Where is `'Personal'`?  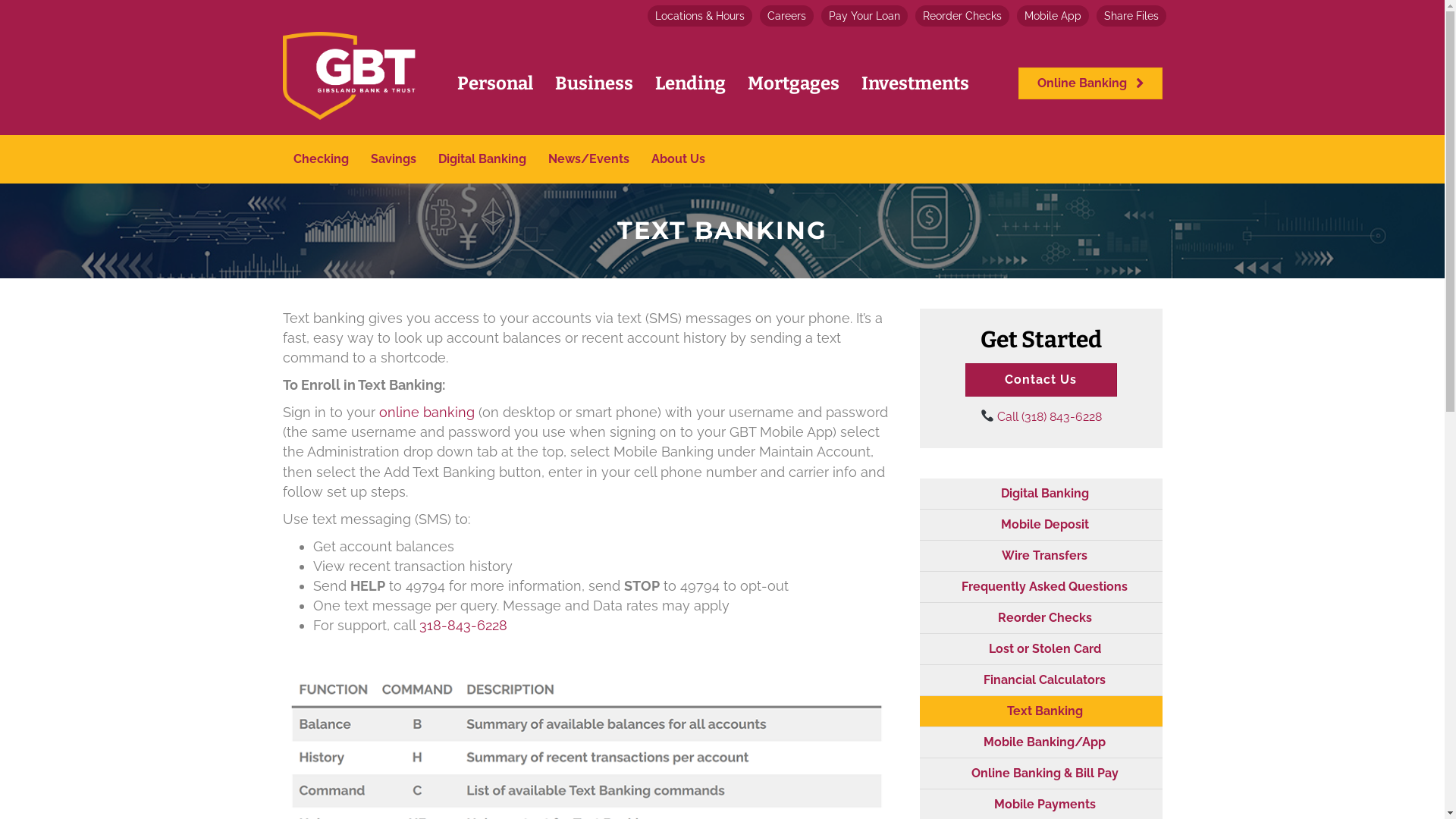 'Personal' is located at coordinates (494, 83).